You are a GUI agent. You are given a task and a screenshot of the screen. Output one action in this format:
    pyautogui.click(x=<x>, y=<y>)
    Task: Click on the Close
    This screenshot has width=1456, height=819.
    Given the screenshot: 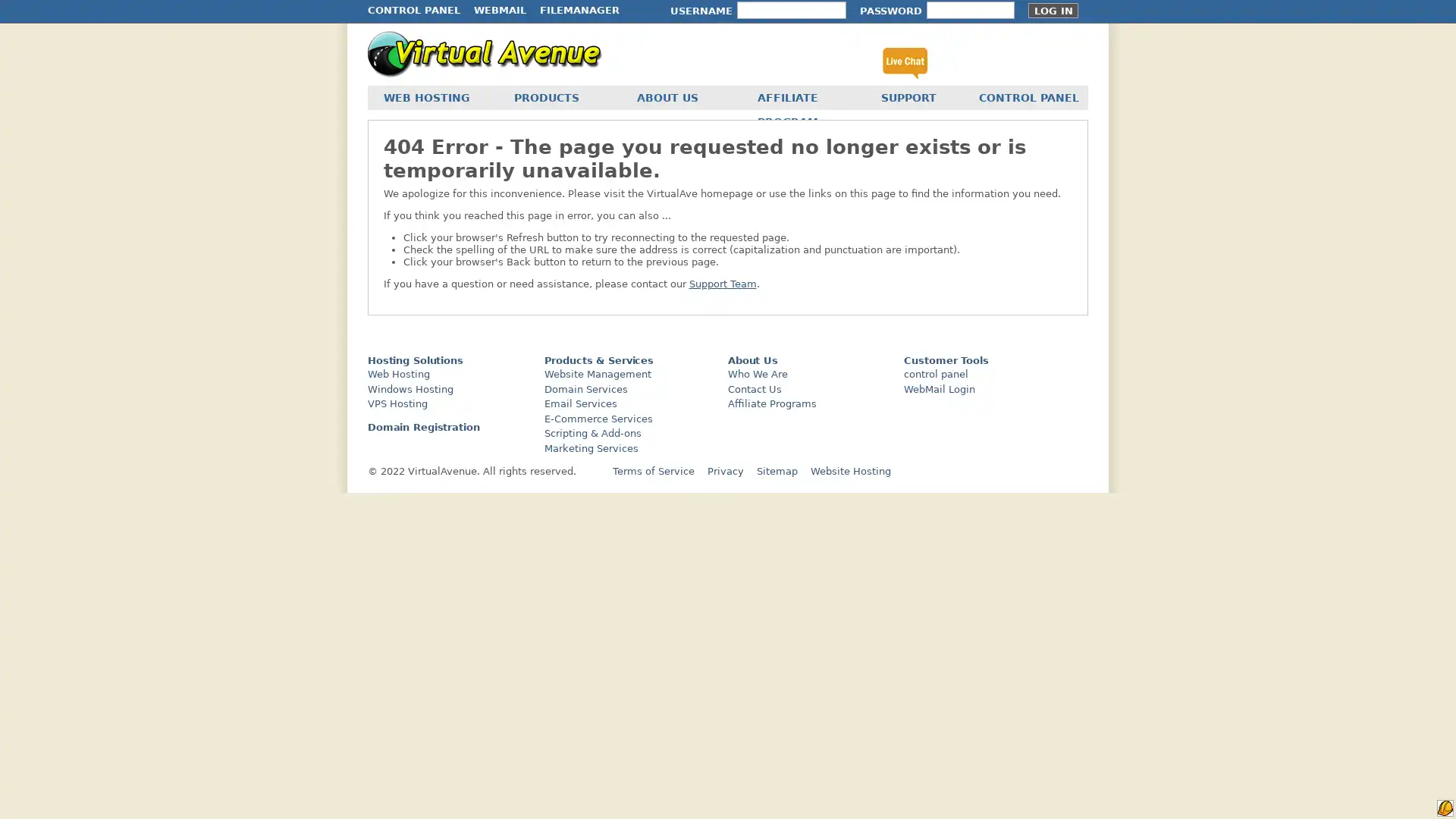 What is the action you would take?
    pyautogui.click(x=277, y=571)
    